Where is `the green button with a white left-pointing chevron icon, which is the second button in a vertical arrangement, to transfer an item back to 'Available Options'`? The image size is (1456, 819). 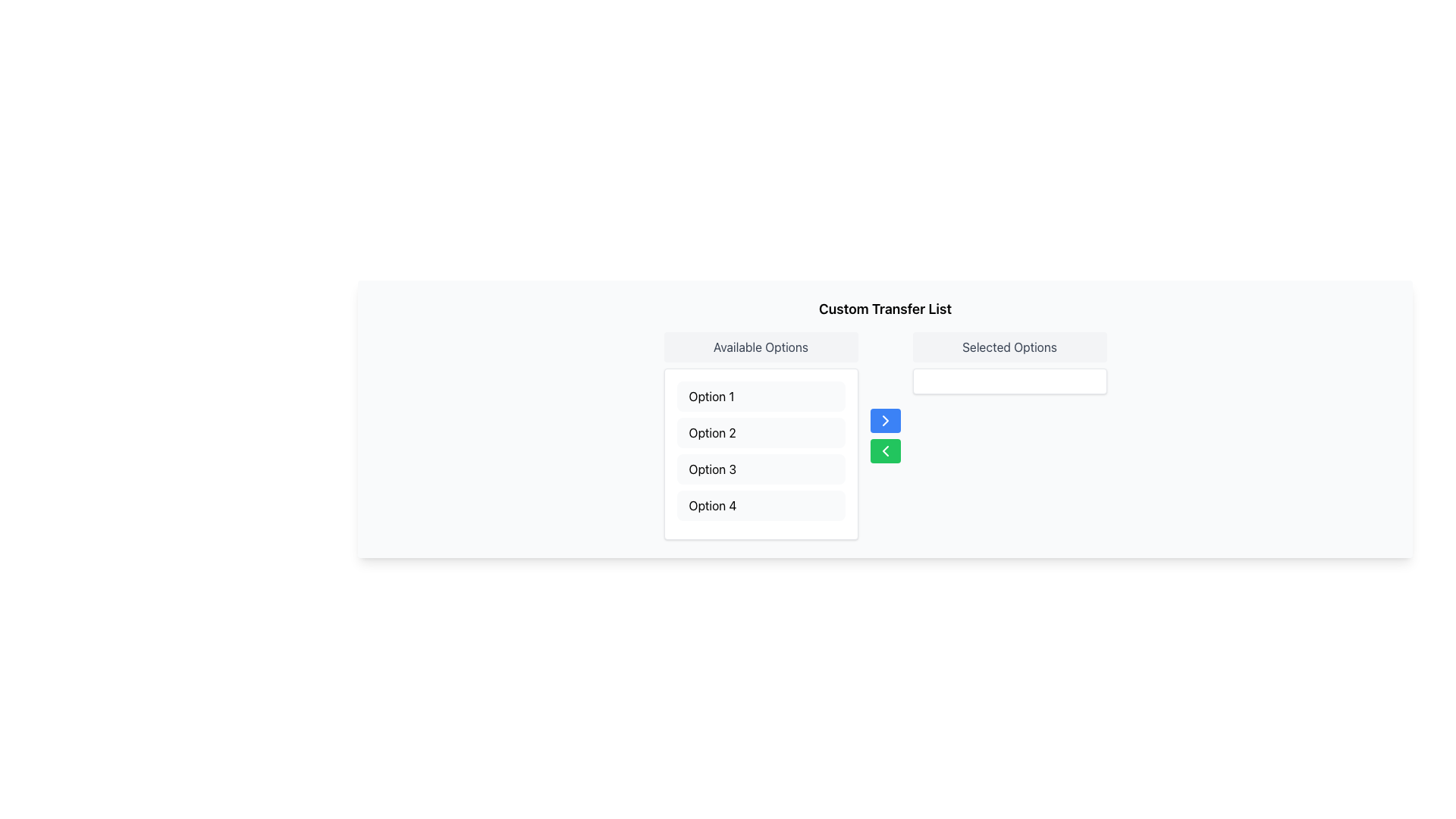 the green button with a white left-pointing chevron icon, which is the second button in a vertical arrangement, to transfer an item back to 'Available Options' is located at coordinates (885, 450).